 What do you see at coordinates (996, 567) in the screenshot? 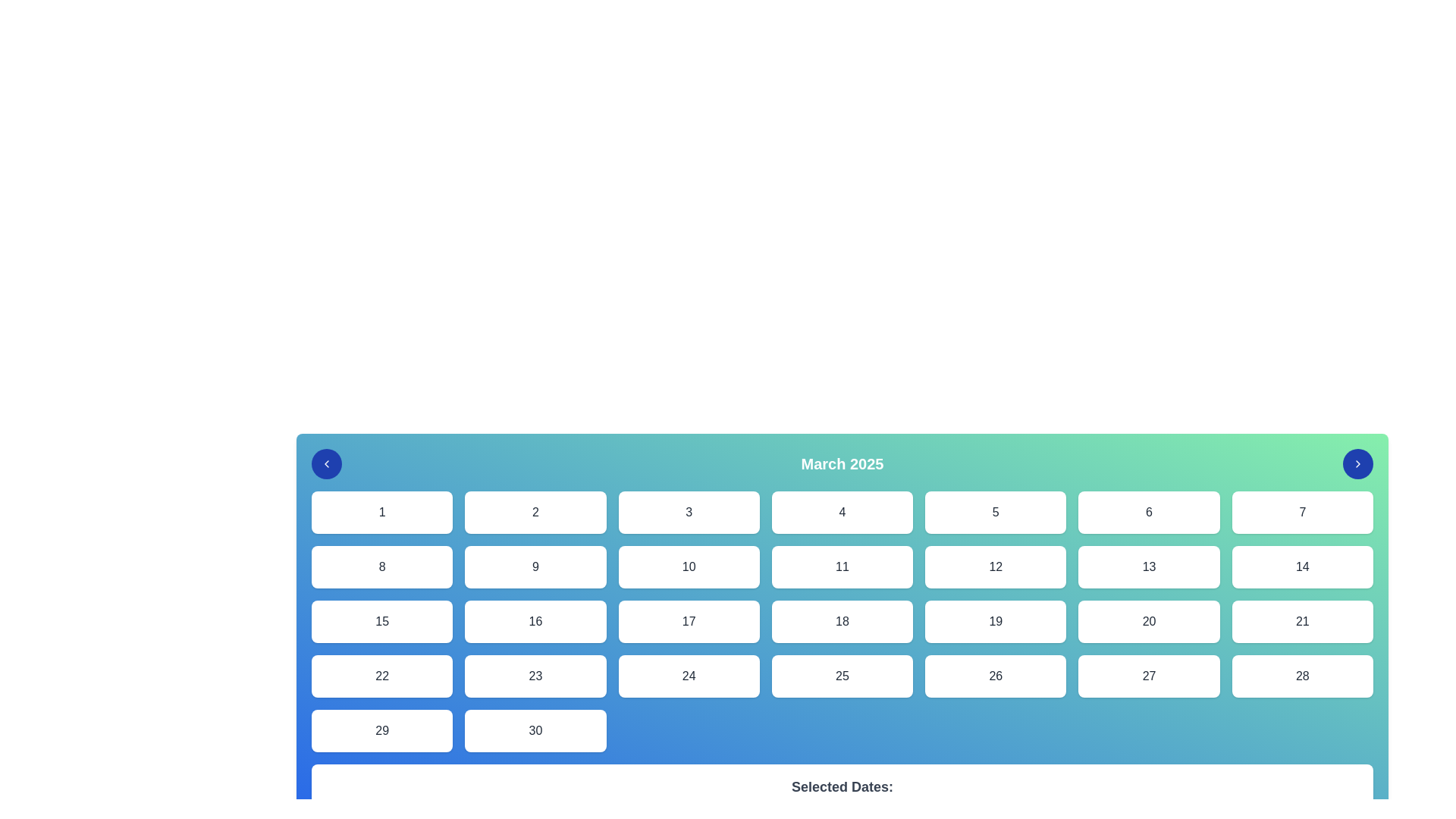
I see `the button representing the number '12' in the calendar interface` at bounding box center [996, 567].